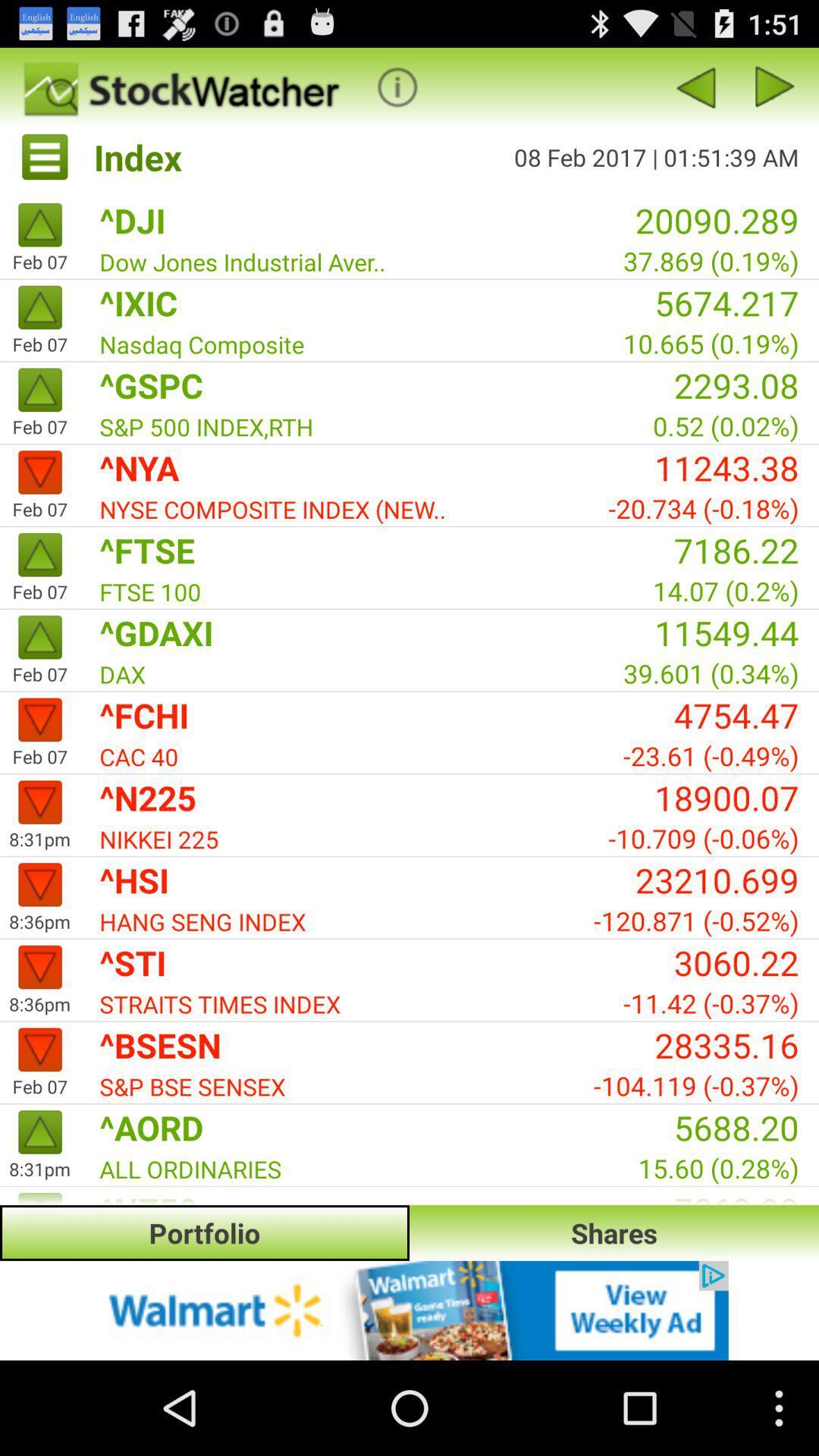  I want to click on the info icon, so click(397, 93).